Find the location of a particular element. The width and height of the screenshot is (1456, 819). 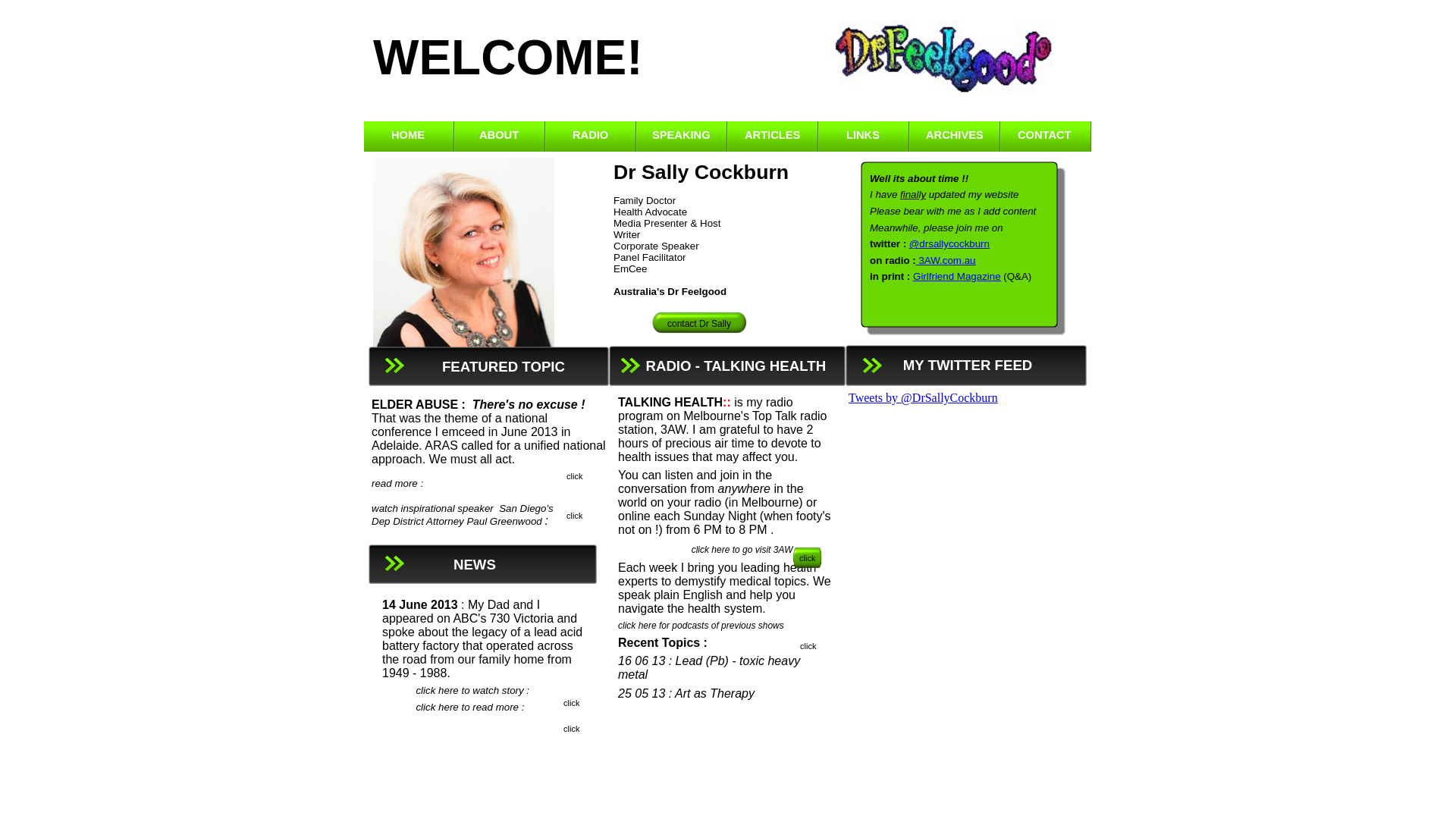

'Tweets by @DrSallyCockburn' is located at coordinates (922, 397).